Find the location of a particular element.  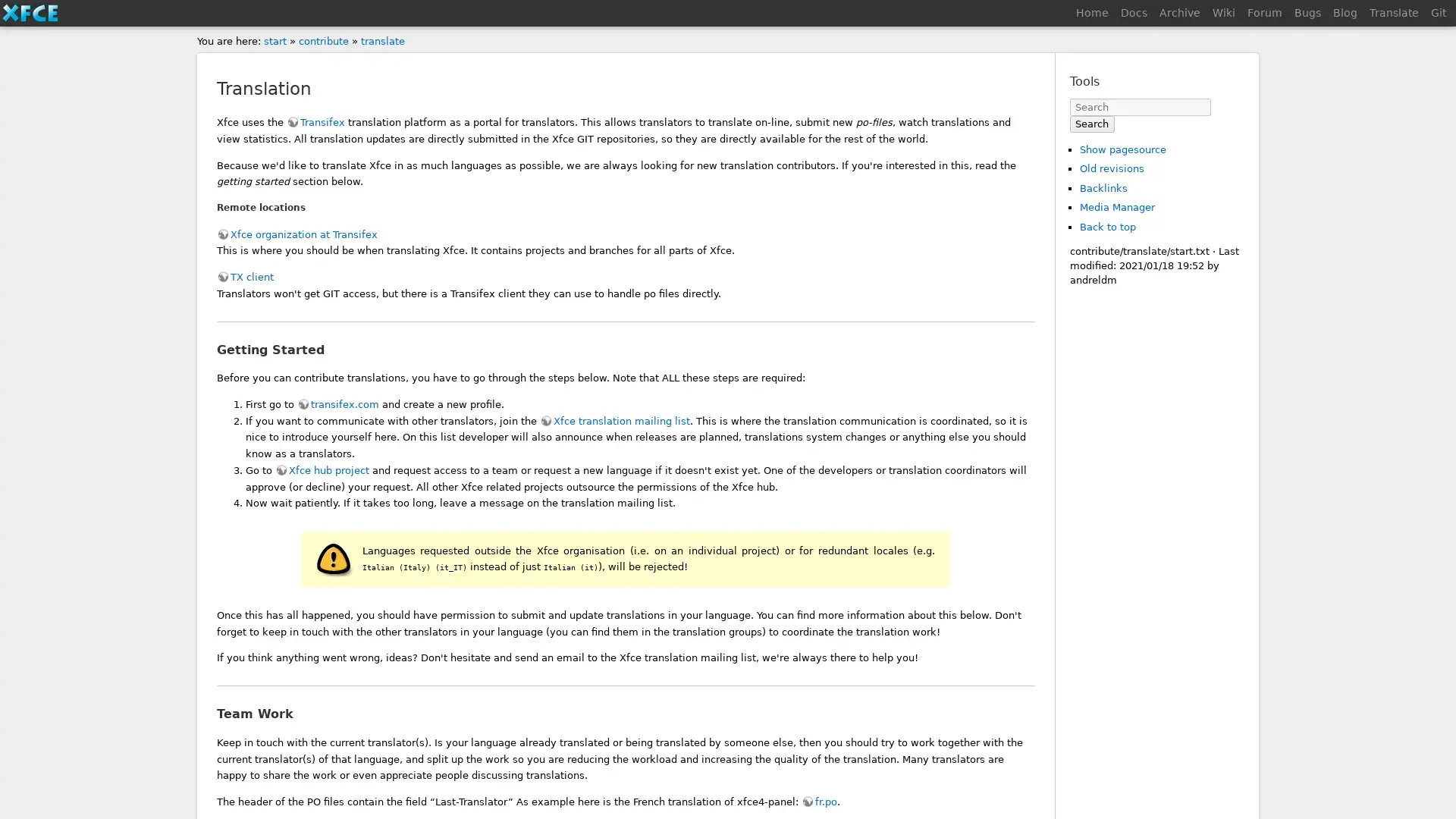

Search is located at coordinates (1092, 122).